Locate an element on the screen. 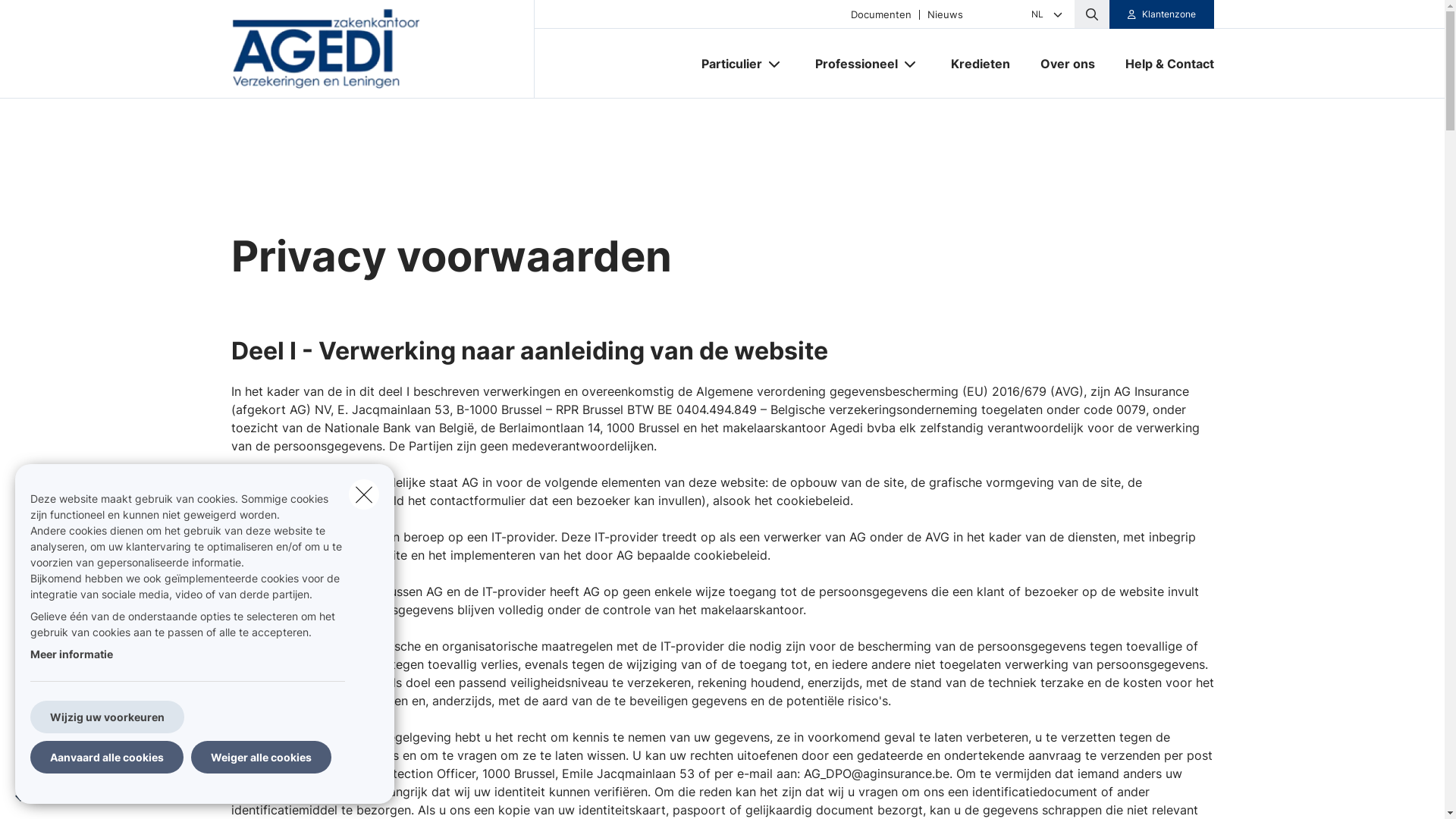 The width and height of the screenshot is (1456, 819). 'Particulier' is located at coordinates (724, 63).